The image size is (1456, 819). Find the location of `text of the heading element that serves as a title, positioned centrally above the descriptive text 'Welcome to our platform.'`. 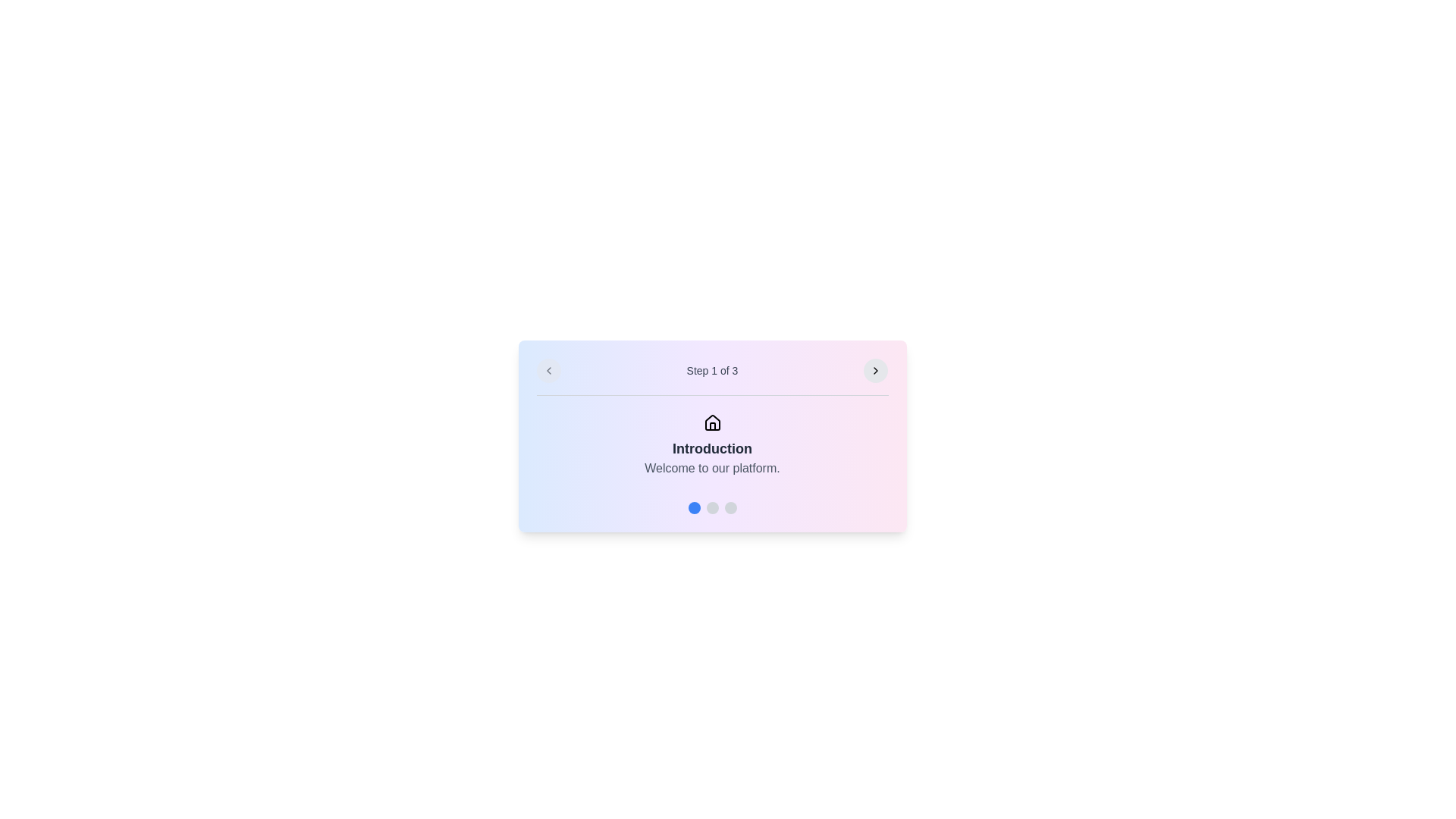

text of the heading element that serves as a title, positioned centrally above the descriptive text 'Welcome to our platform.' is located at coordinates (711, 447).